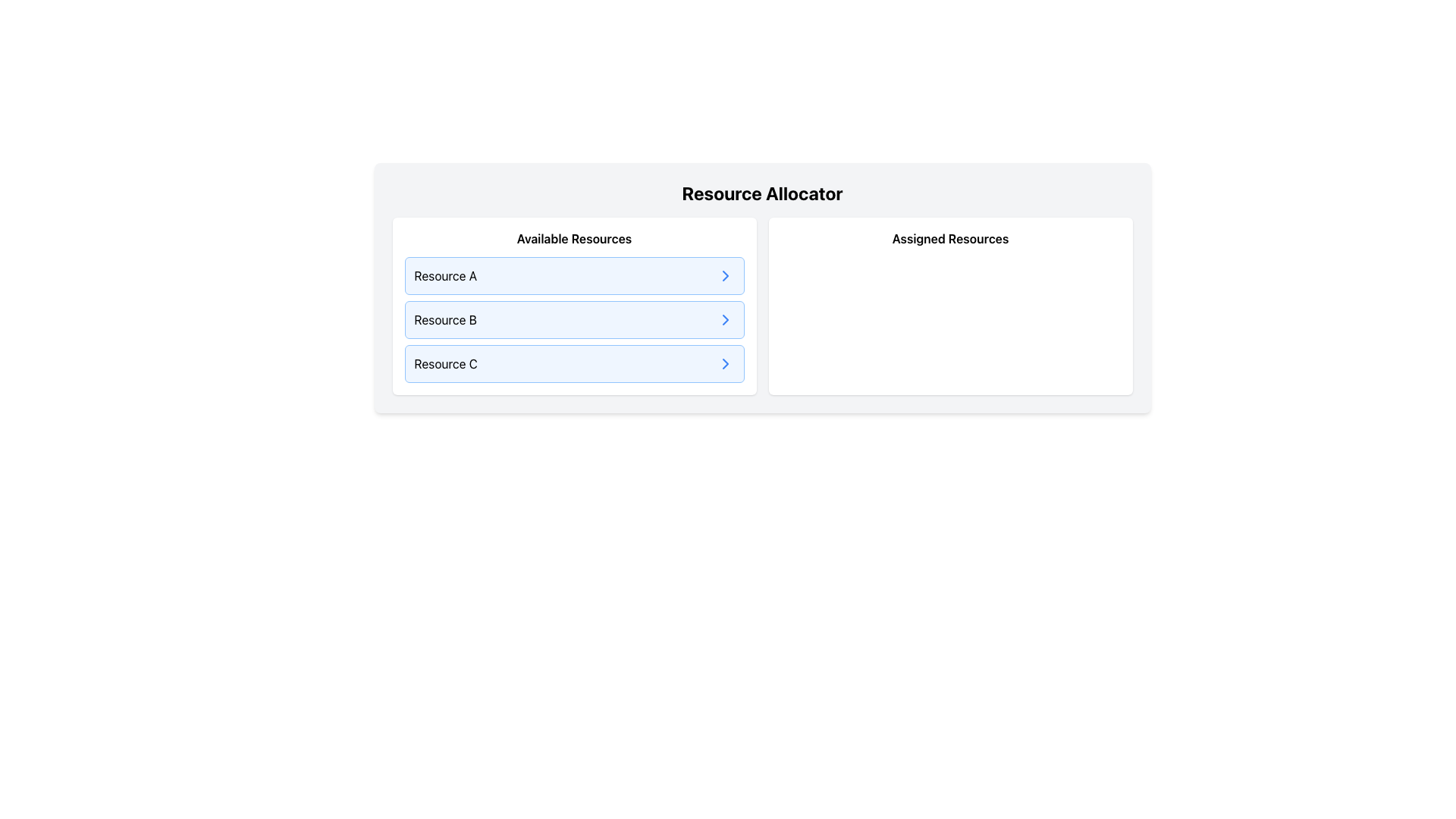  Describe the element at coordinates (573, 318) in the screenshot. I see `the second item in the vertical list of resources under the 'Available Resources' section in the left panel of the Resource Allocator area` at that location.